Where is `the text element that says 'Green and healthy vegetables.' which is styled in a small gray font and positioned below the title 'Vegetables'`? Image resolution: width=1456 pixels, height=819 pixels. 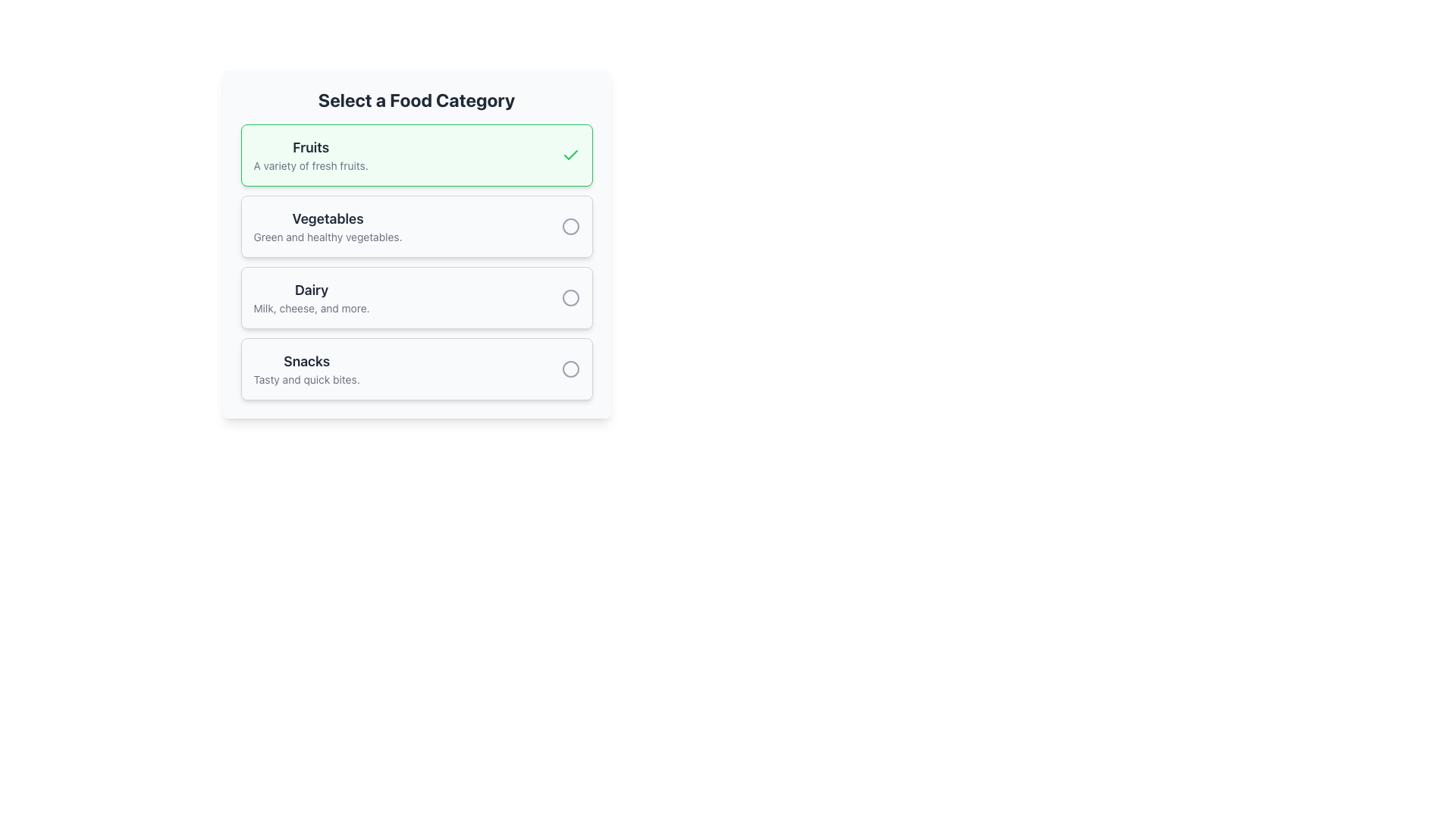 the text element that says 'Green and healthy vegetables.' which is styled in a small gray font and positioned below the title 'Vegetables' is located at coordinates (327, 237).